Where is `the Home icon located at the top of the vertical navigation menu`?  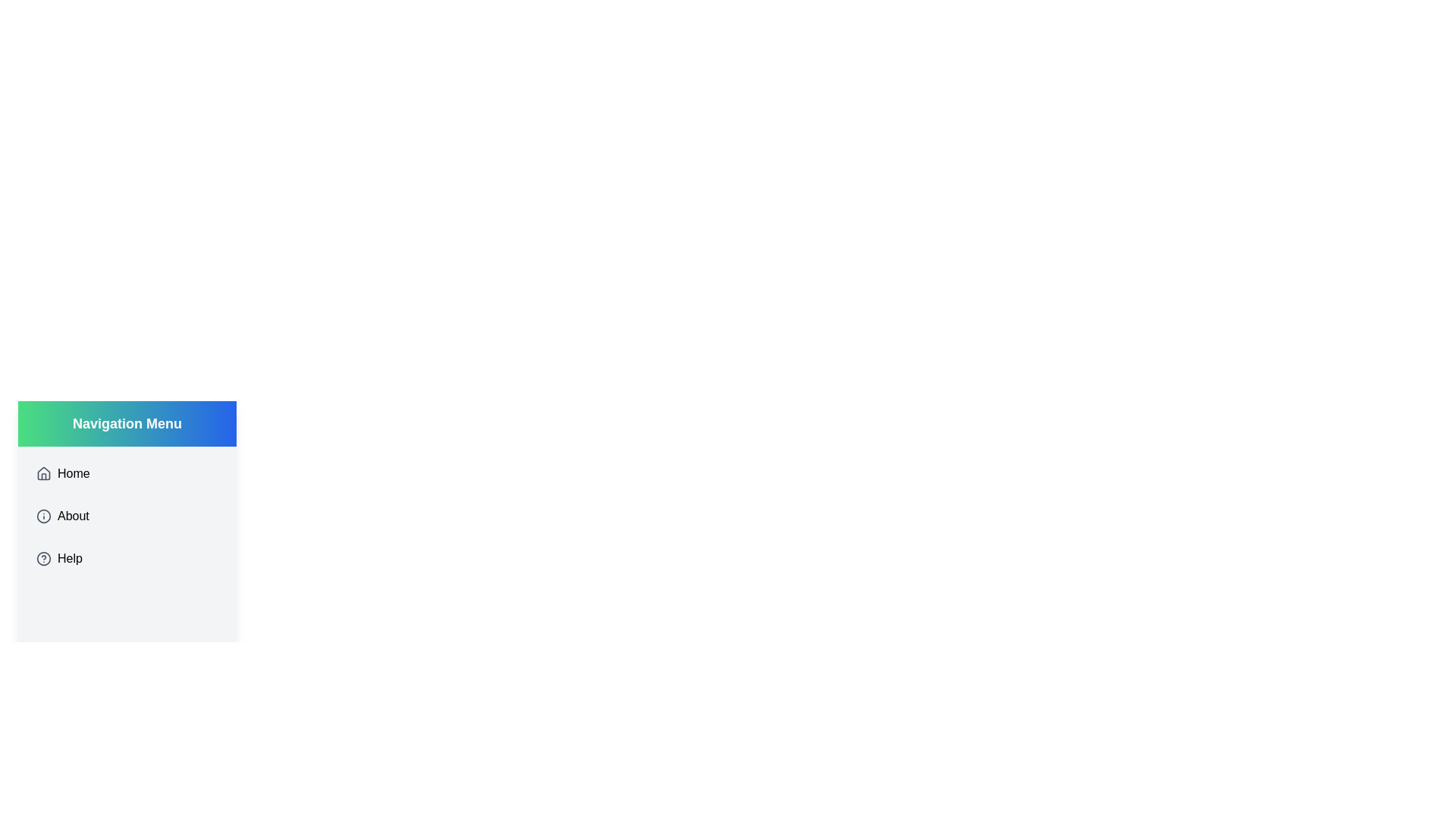
the Home icon located at the top of the vertical navigation menu is located at coordinates (43, 472).